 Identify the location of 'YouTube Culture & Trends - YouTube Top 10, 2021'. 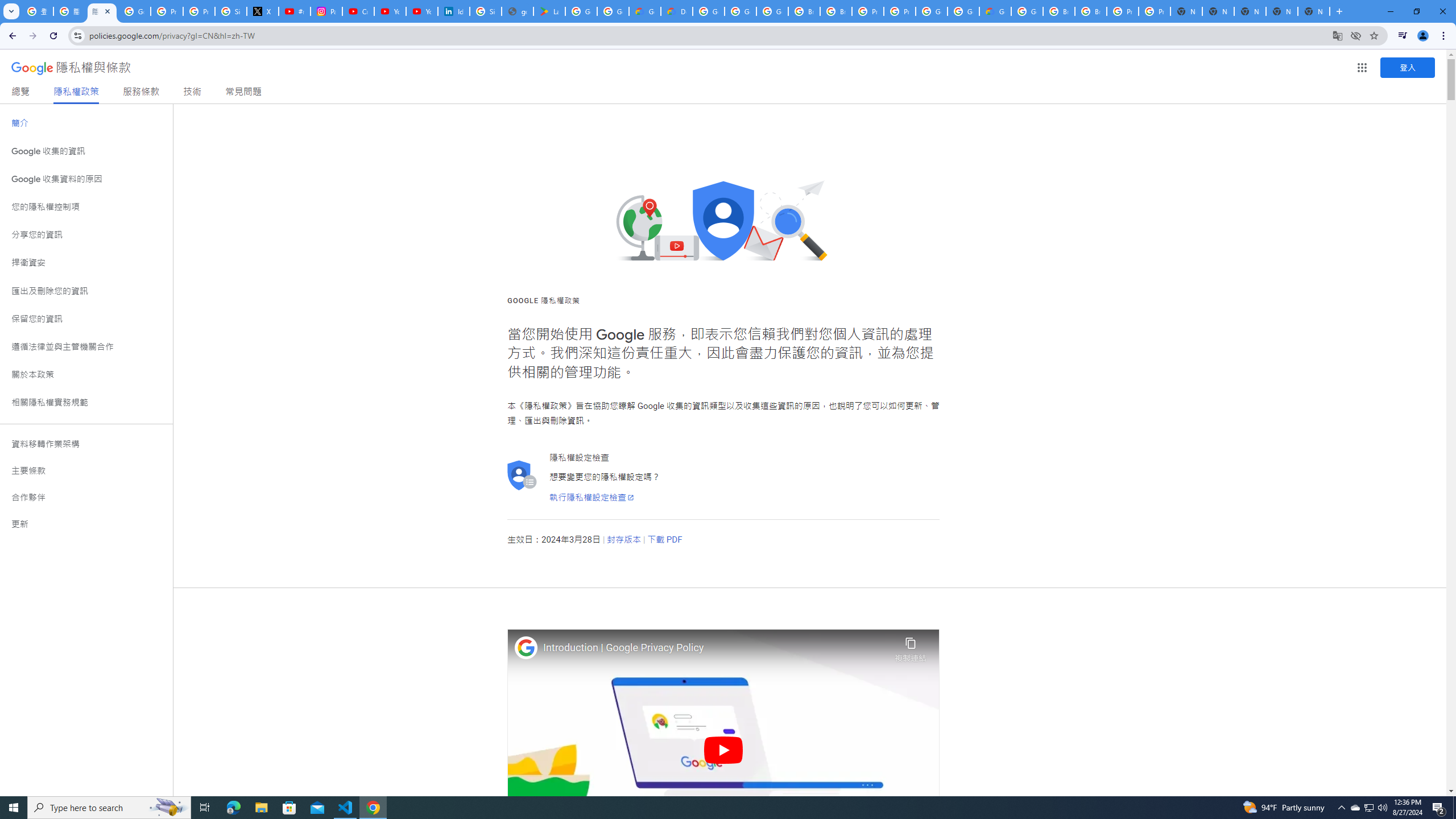
(421, 11).